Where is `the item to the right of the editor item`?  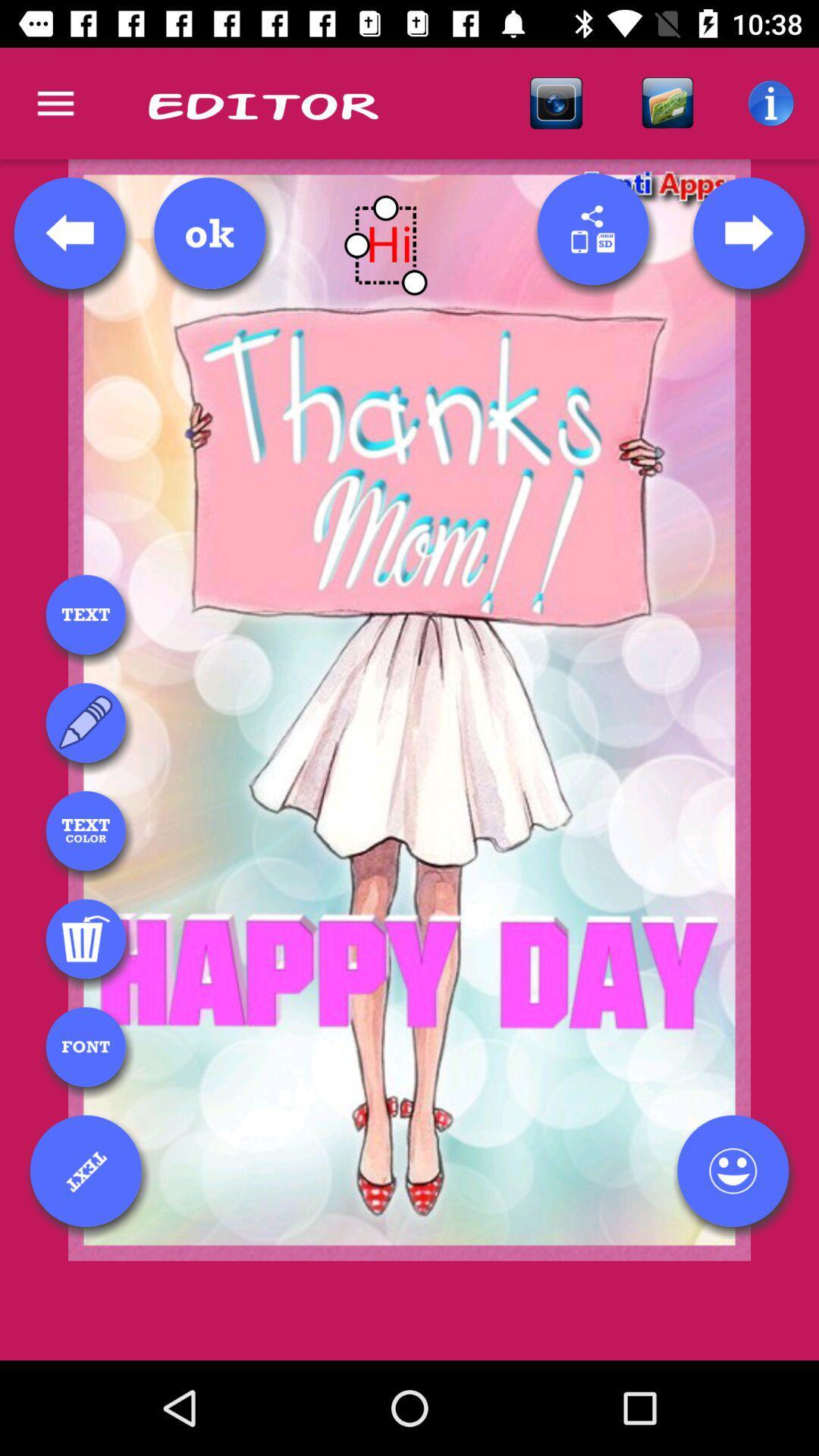
the item to the right of the editor item is located at coordinates (556, 102).